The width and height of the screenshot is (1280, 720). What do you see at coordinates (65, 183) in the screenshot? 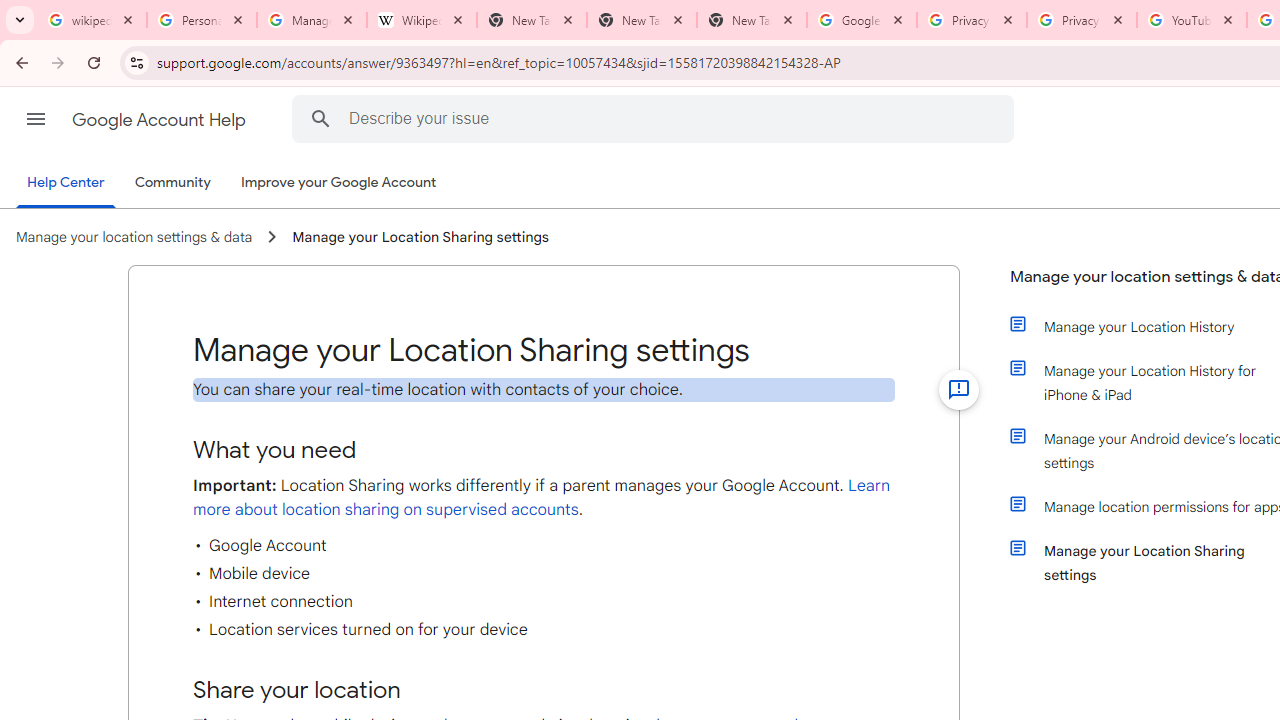
I see `'Help Center'` at bounding box center [65, 183].